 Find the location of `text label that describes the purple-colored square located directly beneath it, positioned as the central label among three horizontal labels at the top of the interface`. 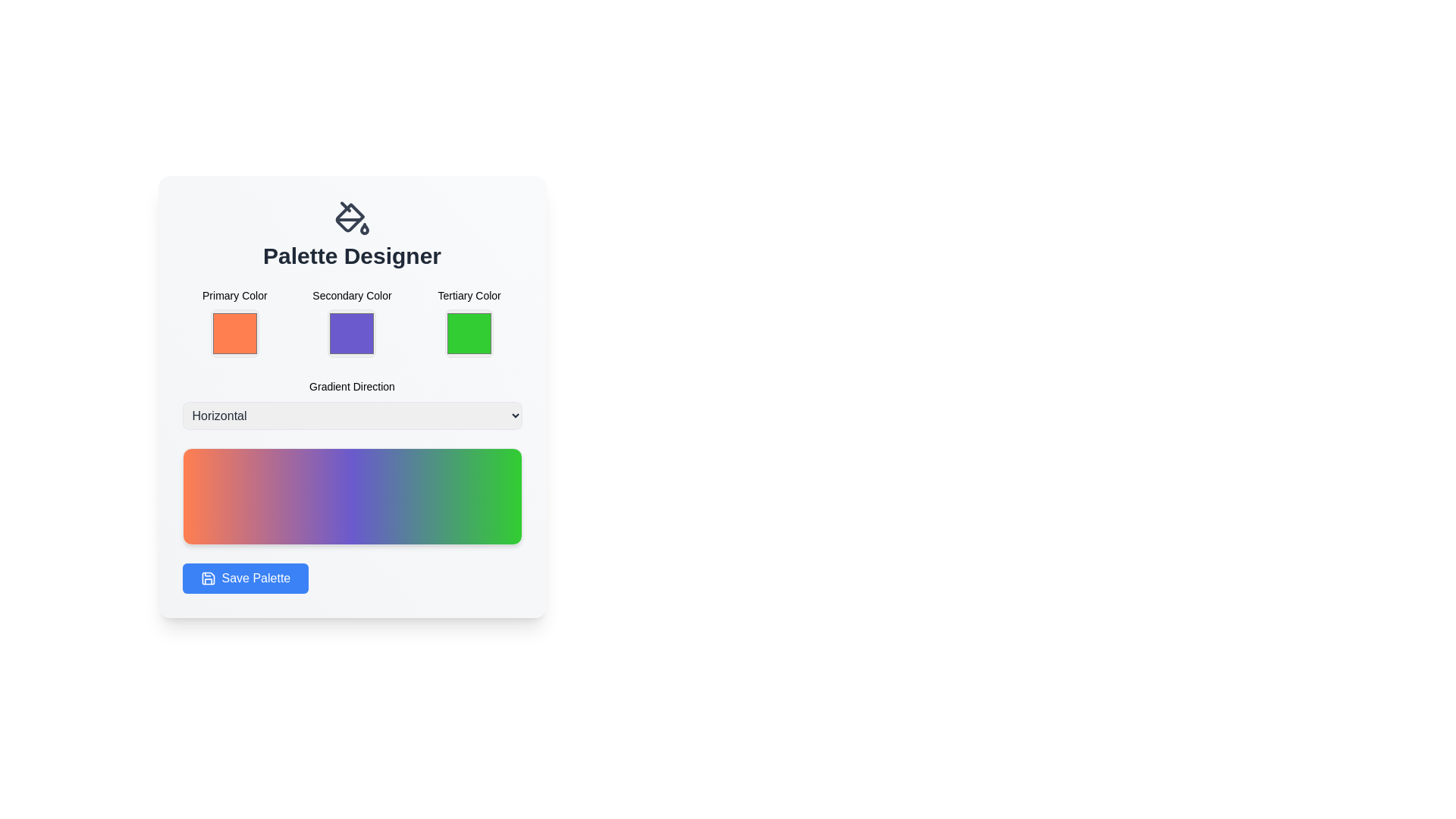

text label that describes the purple-colored square located directly beneath it, positioned as the central label among three horizontal labels at the top of the interface is located at coordinates (351, 295).